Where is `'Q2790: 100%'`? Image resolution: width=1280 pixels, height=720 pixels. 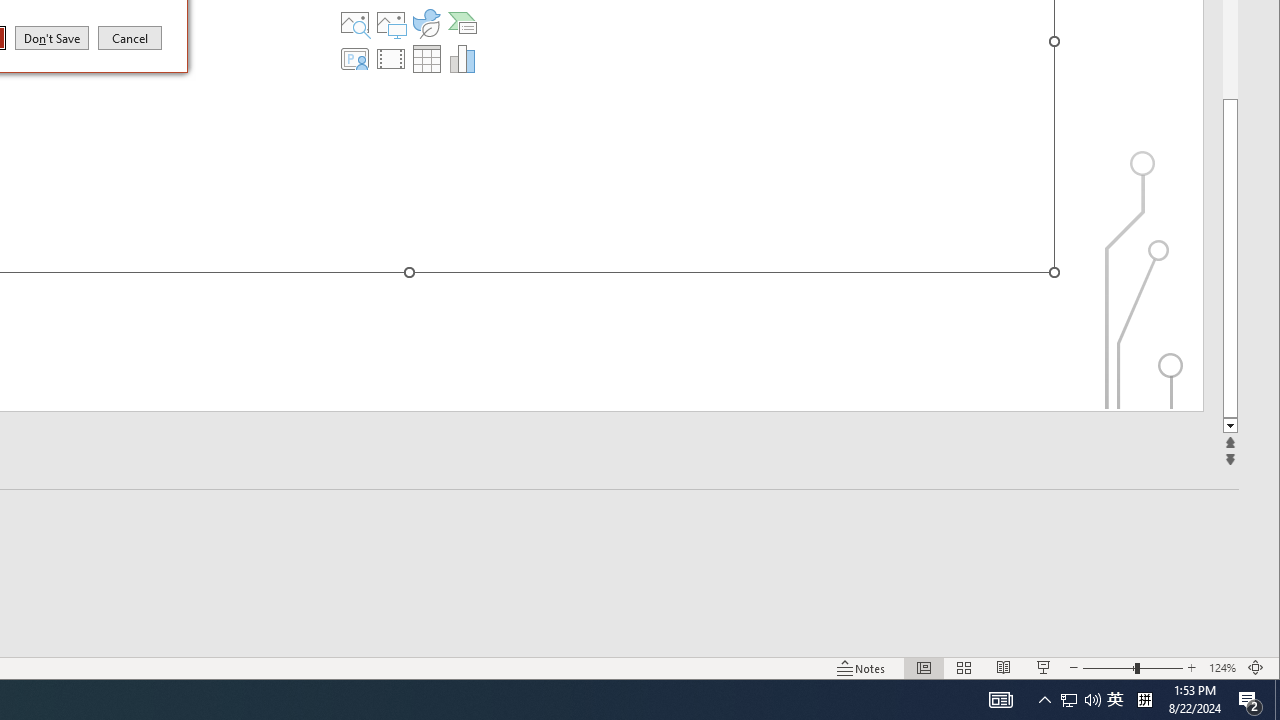
'Q2790: 100%' is located at coordinates (1092, 698).